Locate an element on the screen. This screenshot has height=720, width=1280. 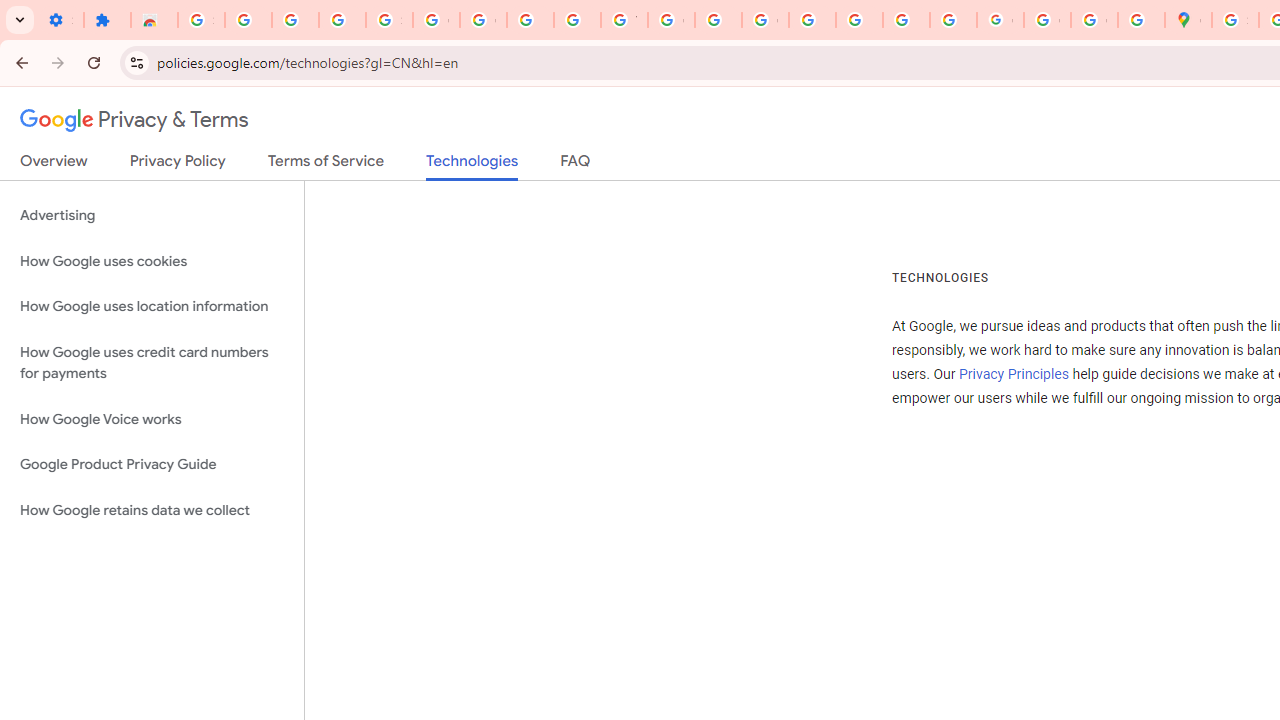
'How Google uses cookies' is located at coordinates (151, 260).